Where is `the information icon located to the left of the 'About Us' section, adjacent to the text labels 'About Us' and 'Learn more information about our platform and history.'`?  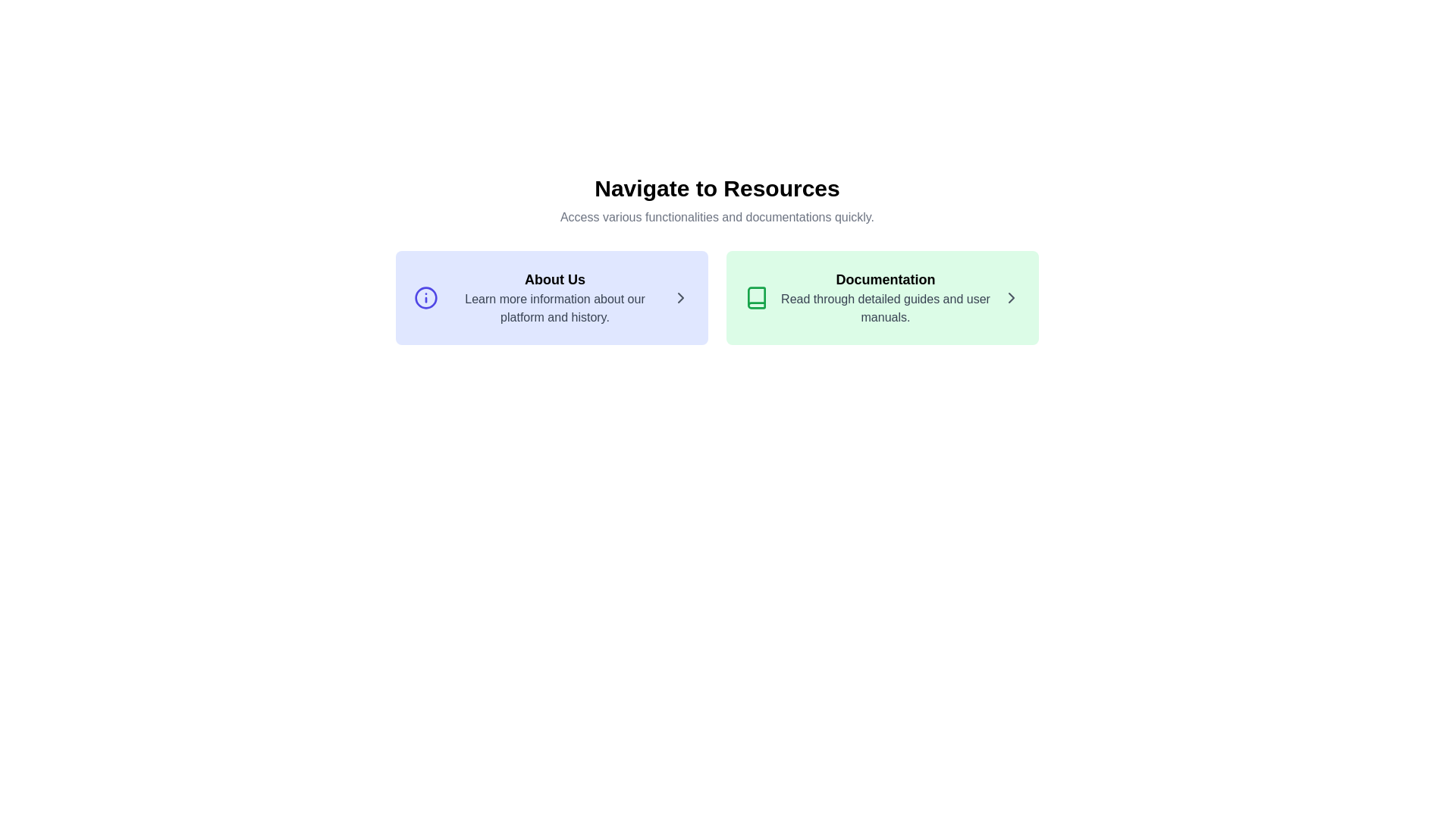
the information icon located to the left of the 'About Us' section, adjacent to the text labels 'About Us' and 'Learn more information about our platform and history.' is located at coordinates (425, 298).